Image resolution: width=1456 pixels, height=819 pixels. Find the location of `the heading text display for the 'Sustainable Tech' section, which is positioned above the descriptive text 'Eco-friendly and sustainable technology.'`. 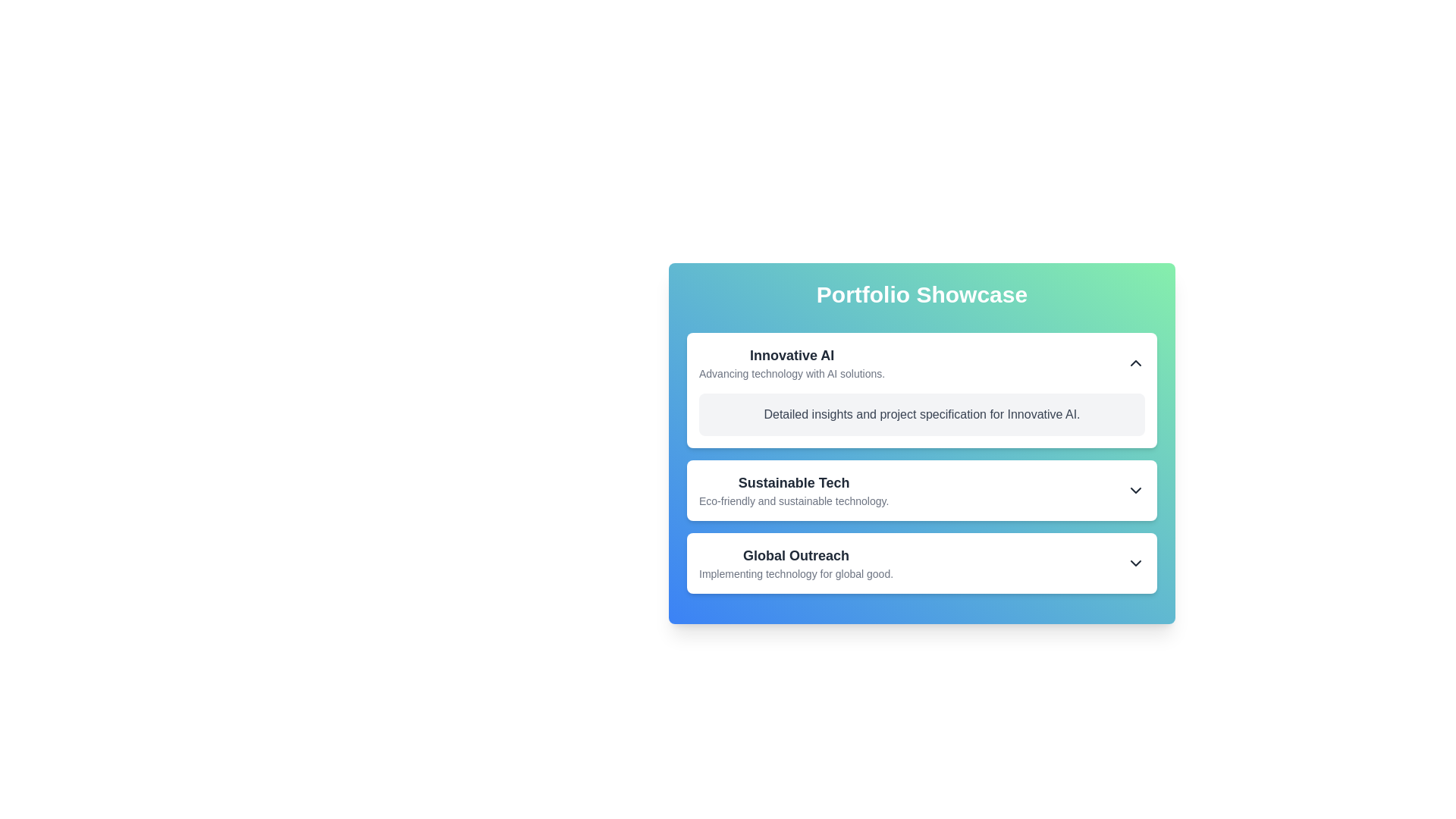

the heading text display for the 'Sustainable Tech' section, which is positioned above the descriptive text 'Eco-friendly and sustainable technology.' is located at coordinates (793, 482).